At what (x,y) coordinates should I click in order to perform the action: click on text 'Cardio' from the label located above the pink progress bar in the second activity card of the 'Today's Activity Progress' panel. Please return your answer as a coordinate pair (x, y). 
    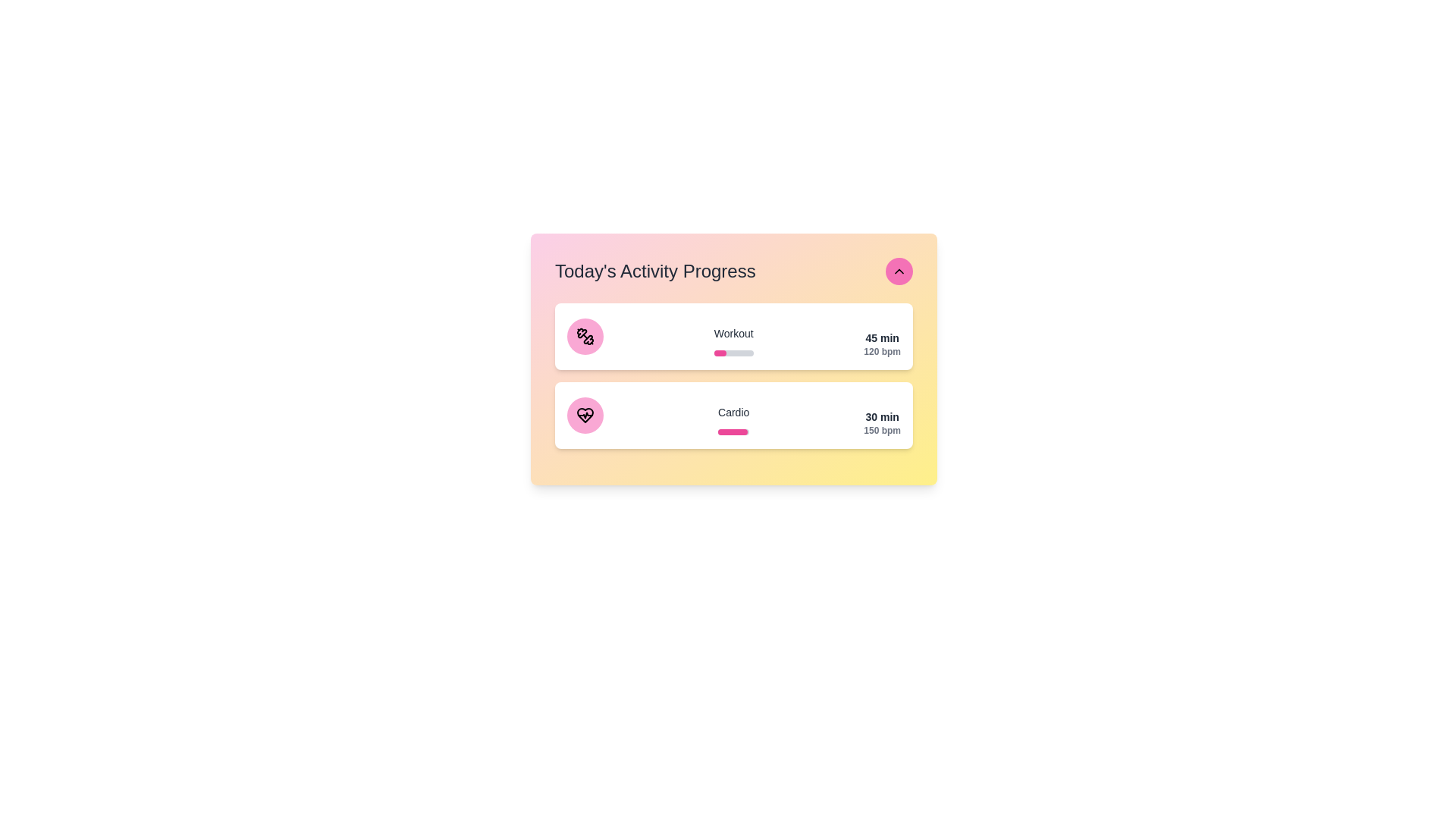
    Looking at the image, I should click on (733, 420).